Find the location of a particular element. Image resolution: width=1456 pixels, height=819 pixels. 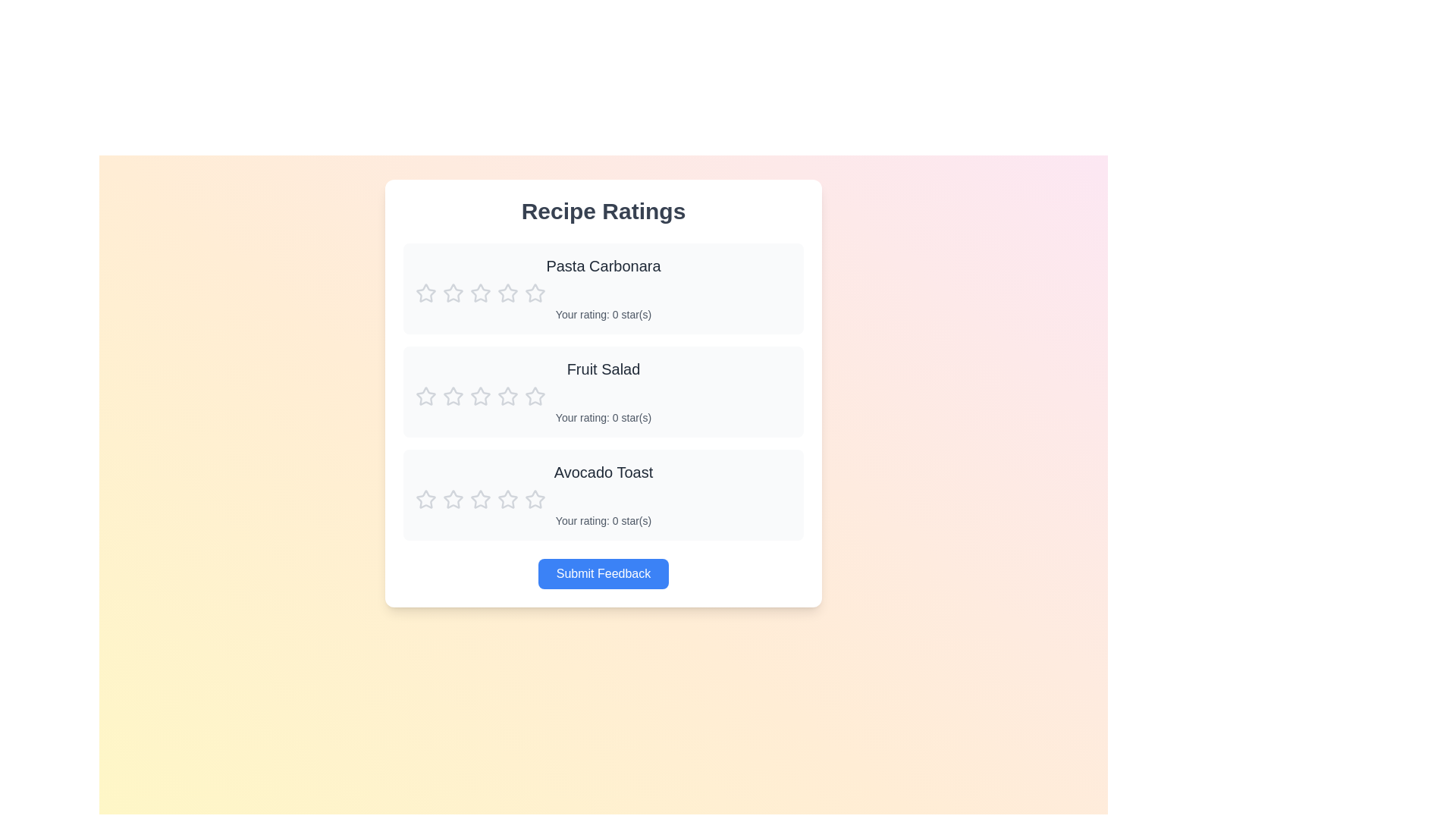

the first star icon in the horizontal set of five stars under the 'Fruit Salad' recipe is located at coordinates (425, 396).